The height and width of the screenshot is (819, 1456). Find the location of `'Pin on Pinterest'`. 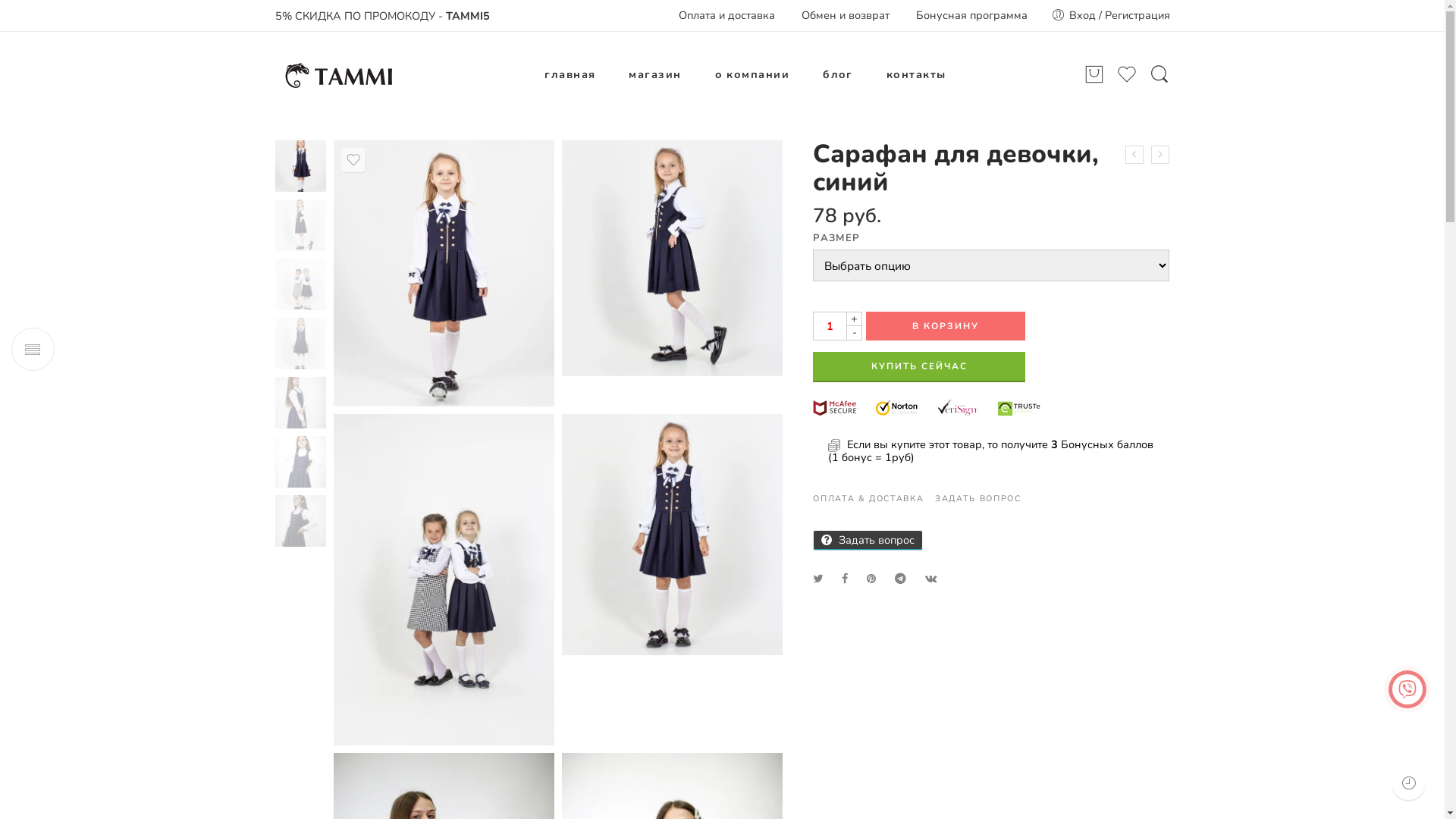

'Pin on Pinterest' is located at coordinates (871, 579).